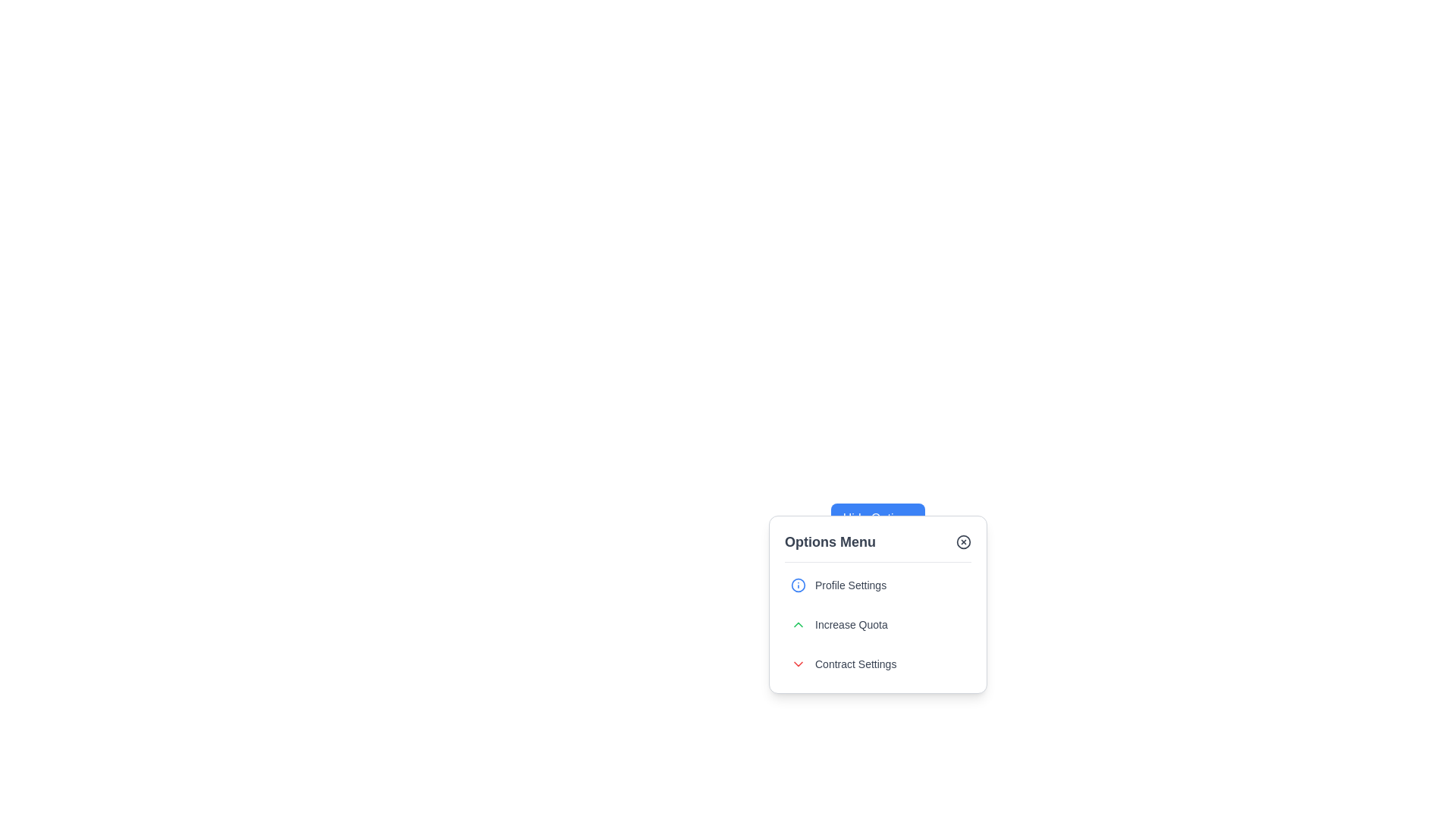  What do you see at coordinates (963, 541) in the screenshot?
I see `the close button located at the top-right corner of the 'Options Menu' to change its color` at bounding box center [963, 541].